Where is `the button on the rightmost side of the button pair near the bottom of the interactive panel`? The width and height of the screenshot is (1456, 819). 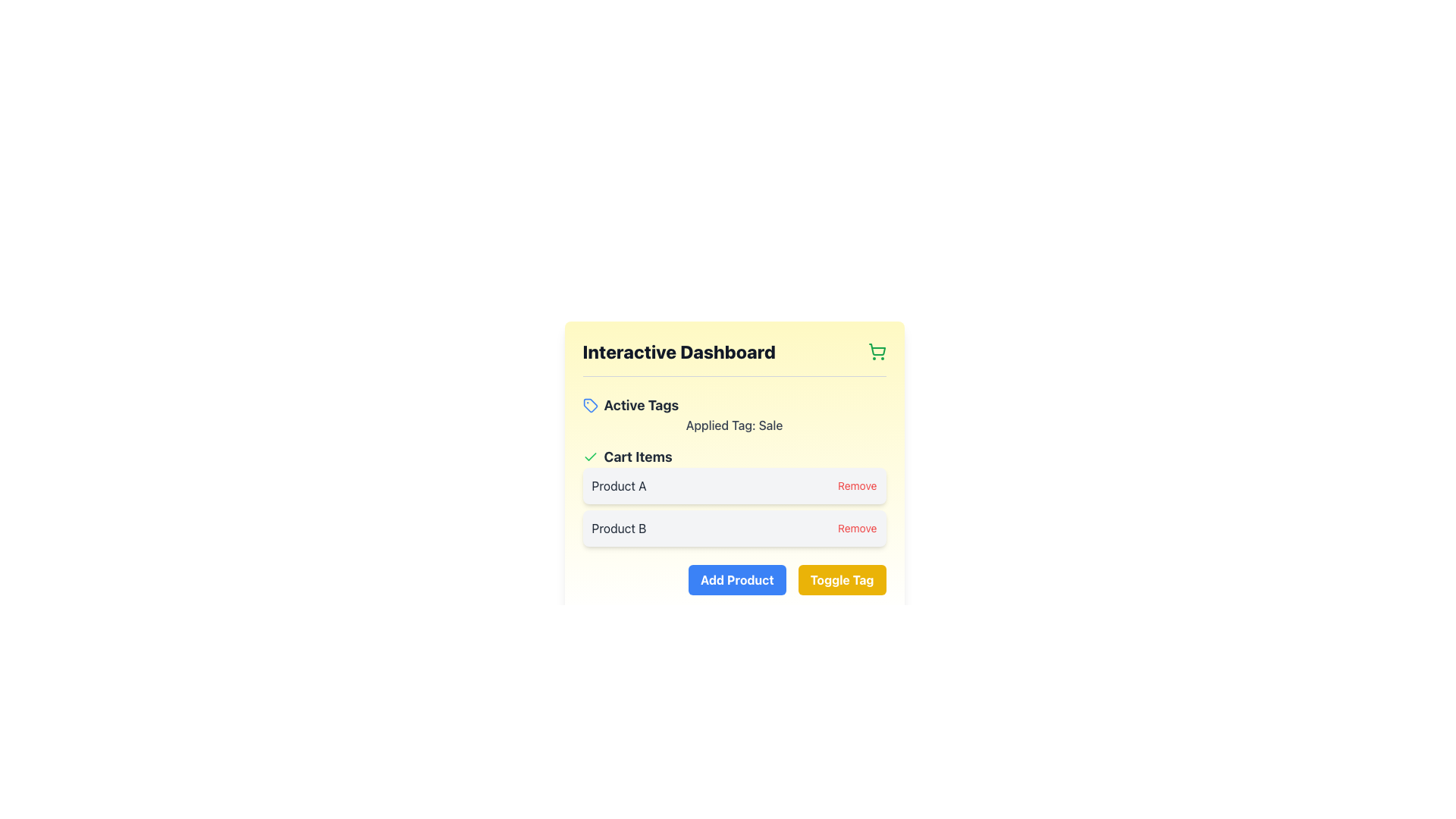
the button on the rightmost side of the button pair near the bottom of the interactive panel is located at coordinates (841, 579).